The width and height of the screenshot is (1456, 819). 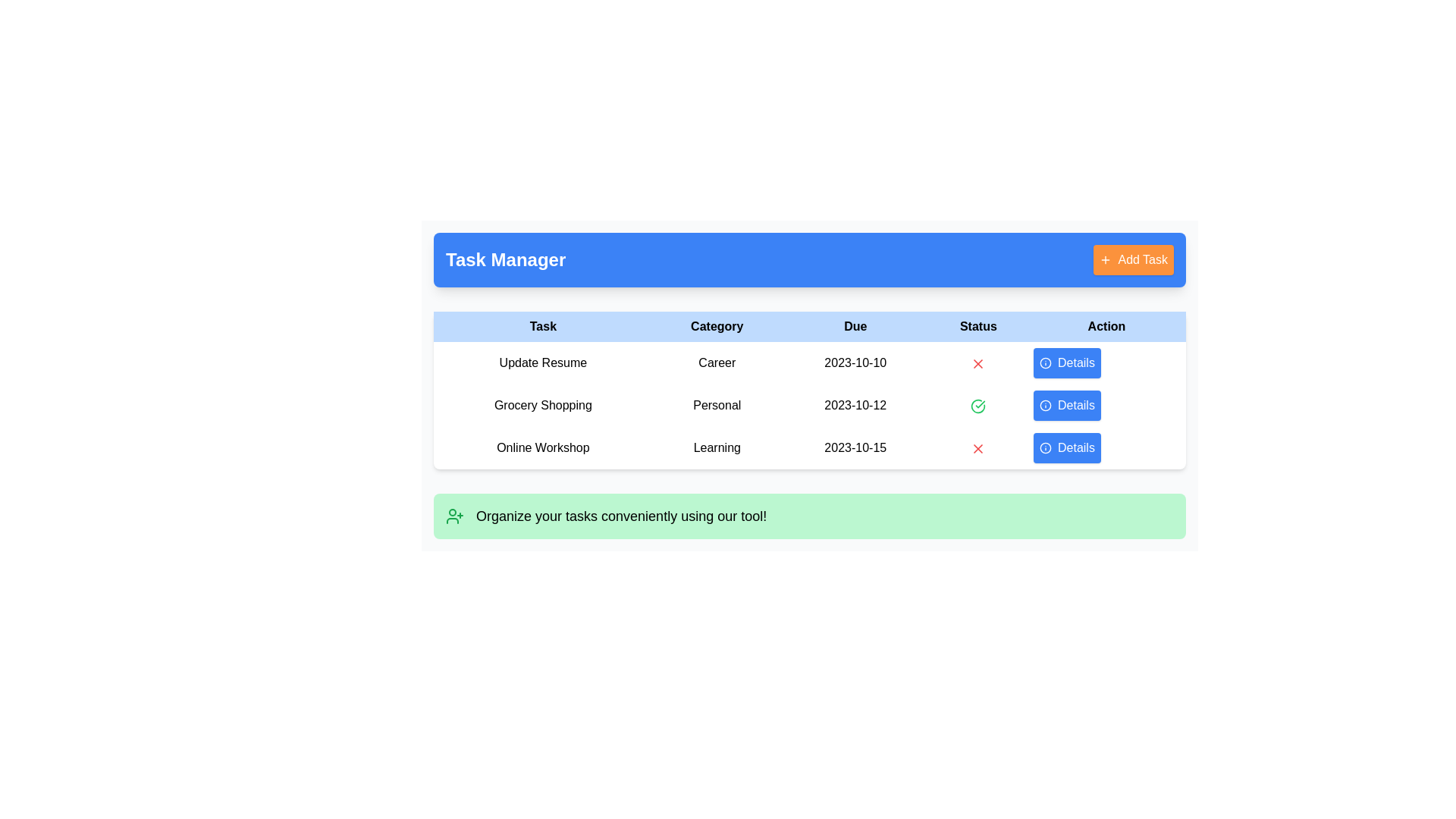 What do you see at coordinates (1106, 447) in the screenshot?
I see `the action button in the 'Task Manager' table that reveals a tooltip for the 'Online Workshop' task, located in the third row under the 'Action' column` at bounding box center [1106, 447].